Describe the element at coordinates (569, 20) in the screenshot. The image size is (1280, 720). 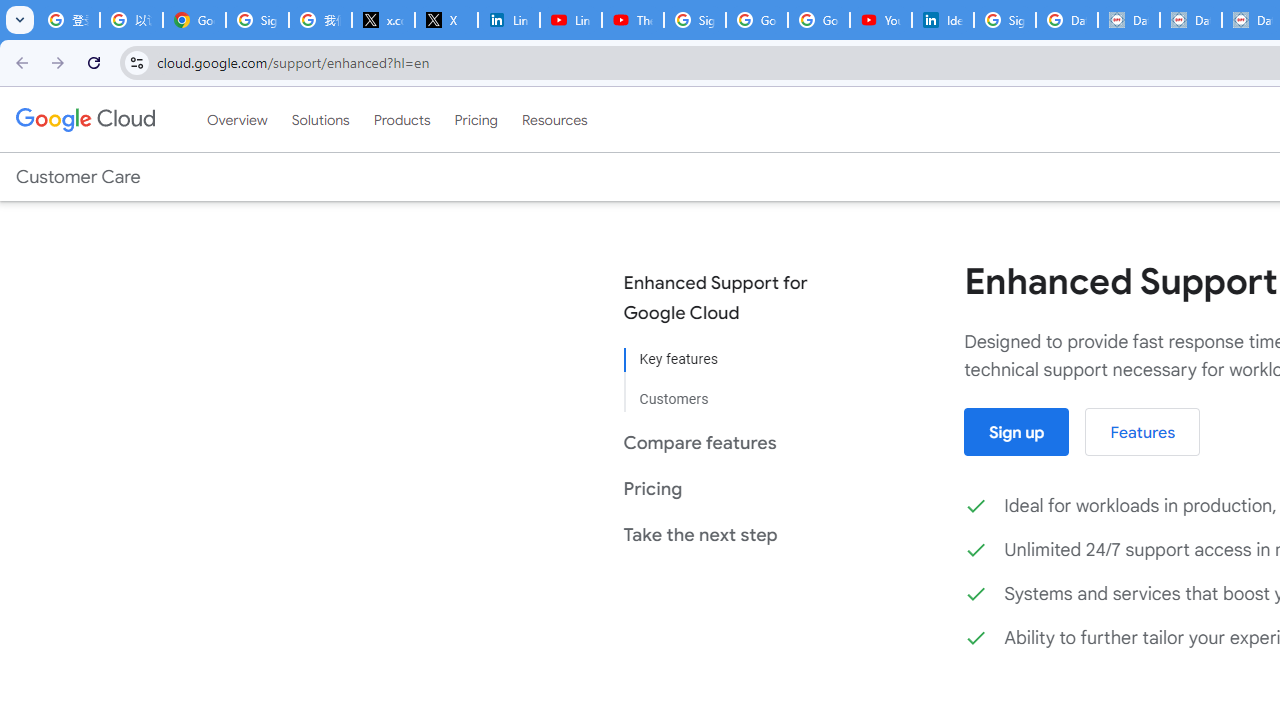
I see `'LinkedIn - YouTube'` at that location.